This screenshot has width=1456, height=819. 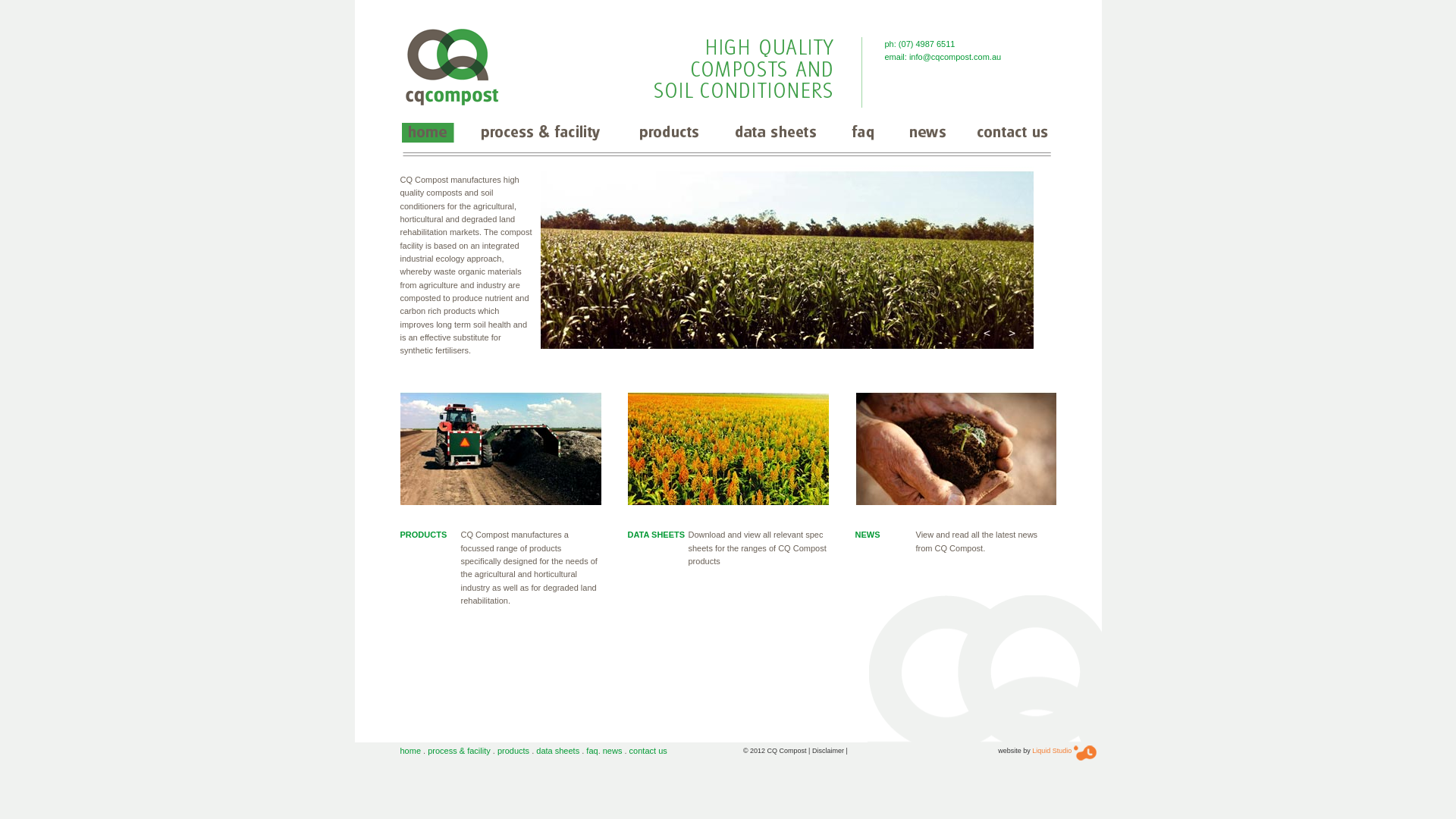 I want to click on 'DATA SHEETS', so click(x=656, y=534).